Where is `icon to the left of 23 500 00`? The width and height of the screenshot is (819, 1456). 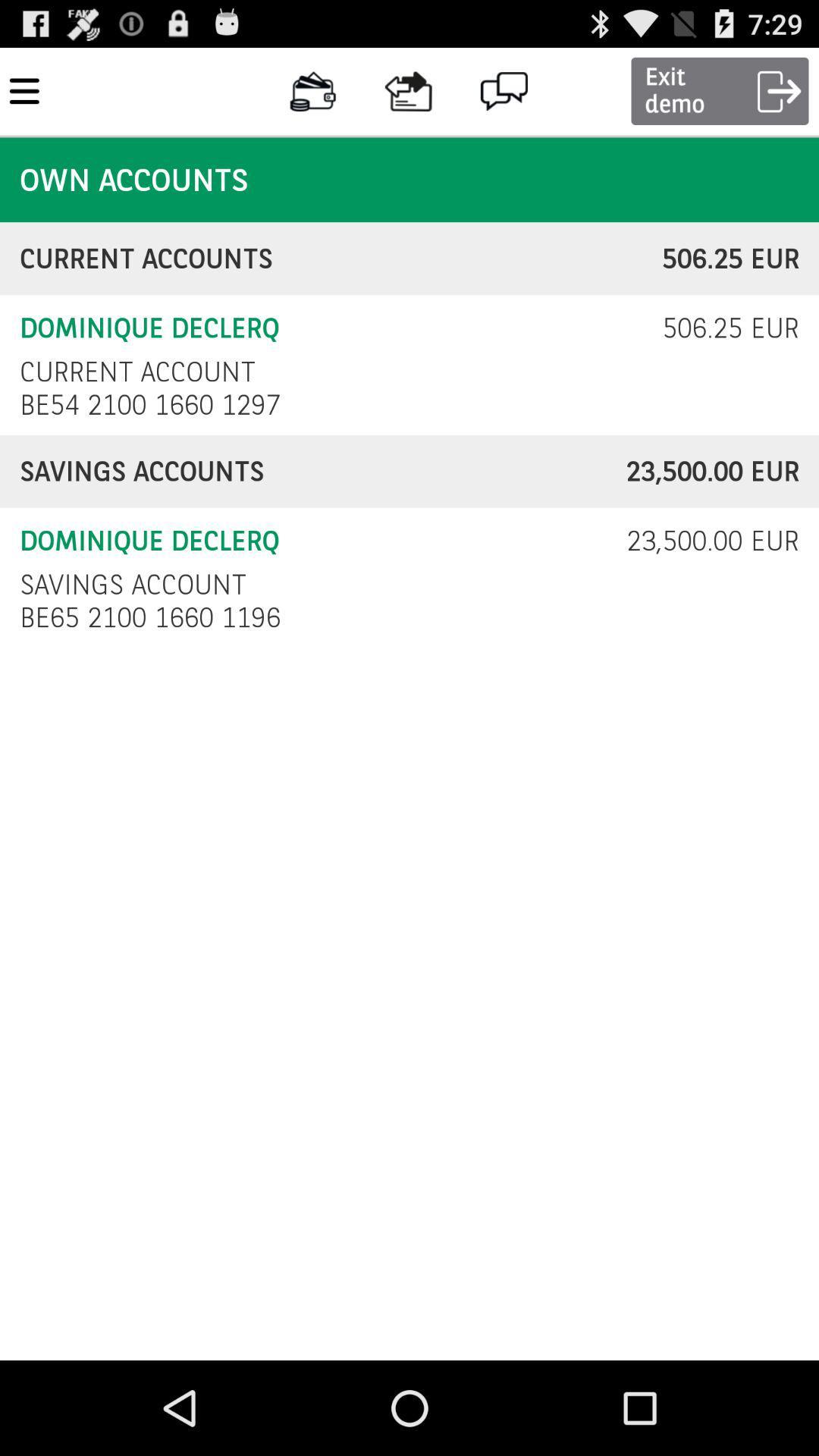 icon to the left of 23 500 00 is located at coordinates (132, 584).